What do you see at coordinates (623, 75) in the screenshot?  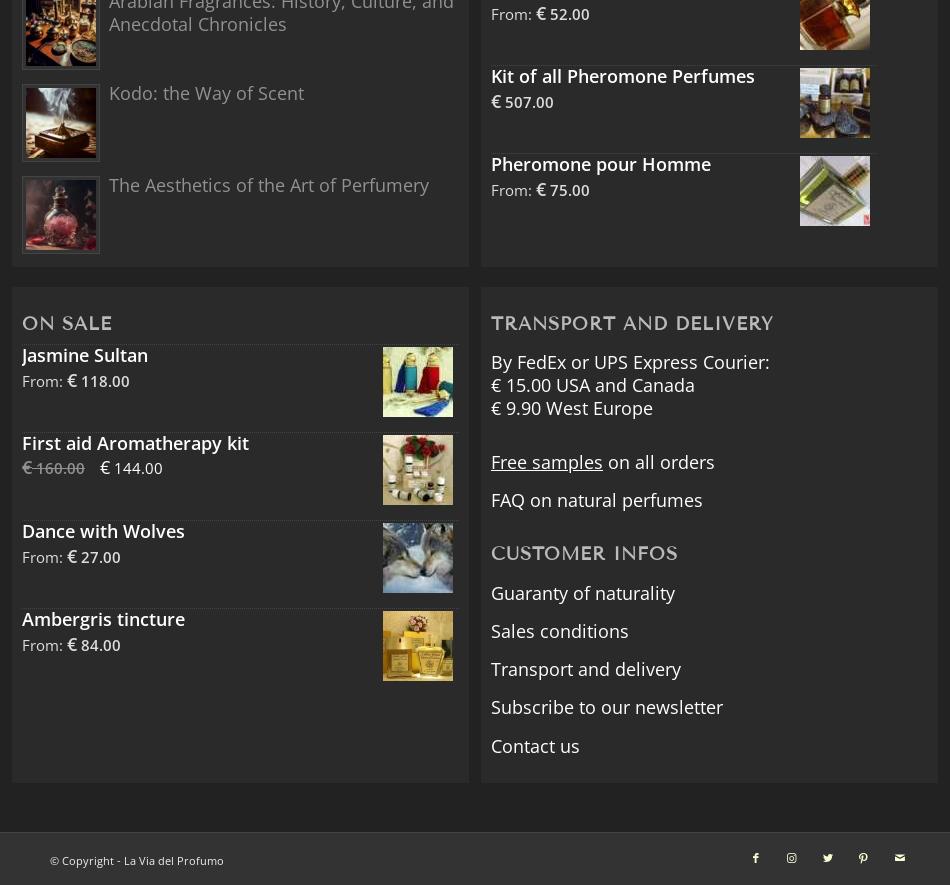 I see `'Kit of all Pheromone Perfumes'` at bounding box center [623, 75].